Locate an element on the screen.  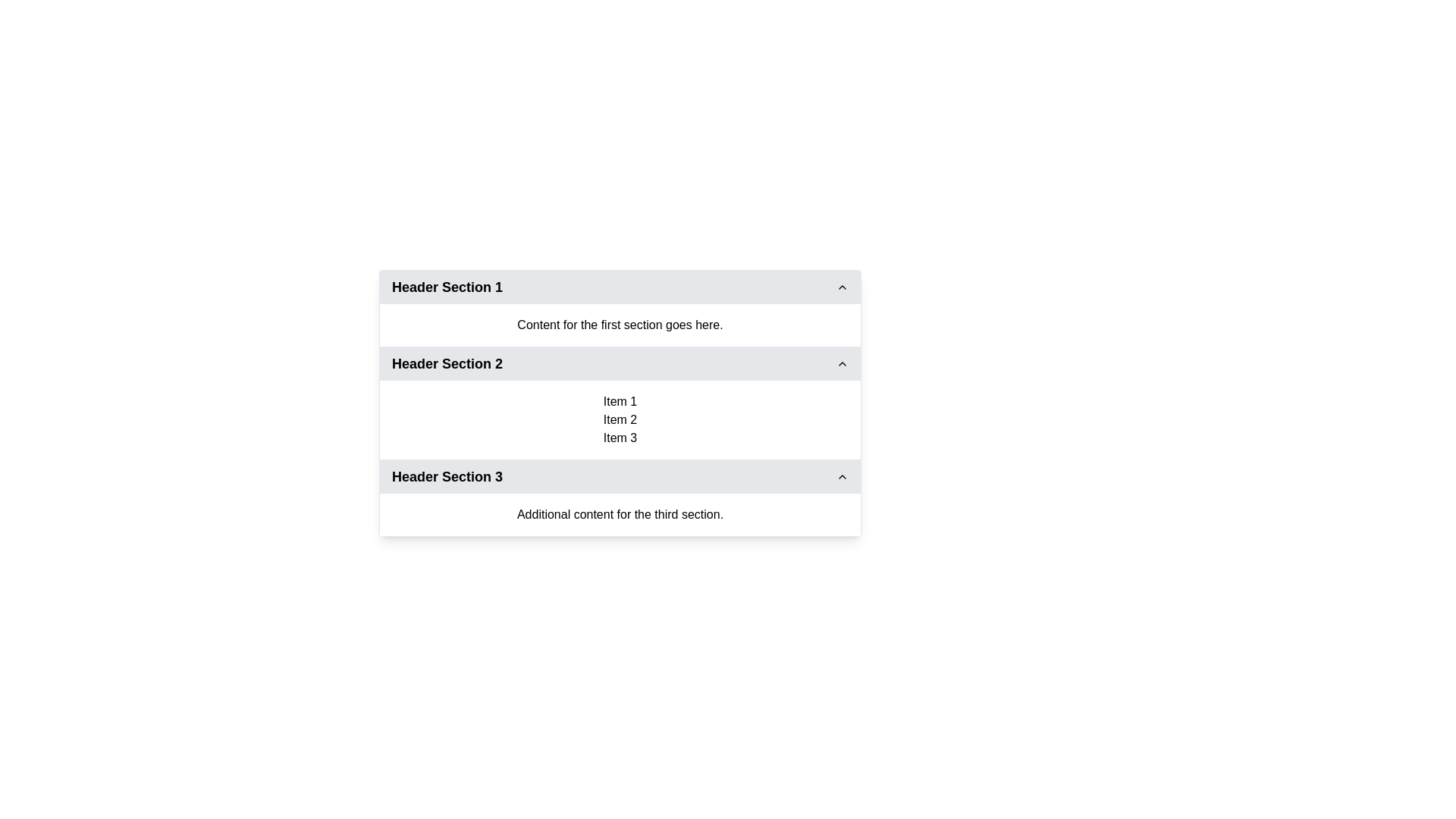
the Text Label that serves as the header for the third section of the collapsible content interface, located at the top of this section and aligned to the left side is located at coordinates (447, 475).